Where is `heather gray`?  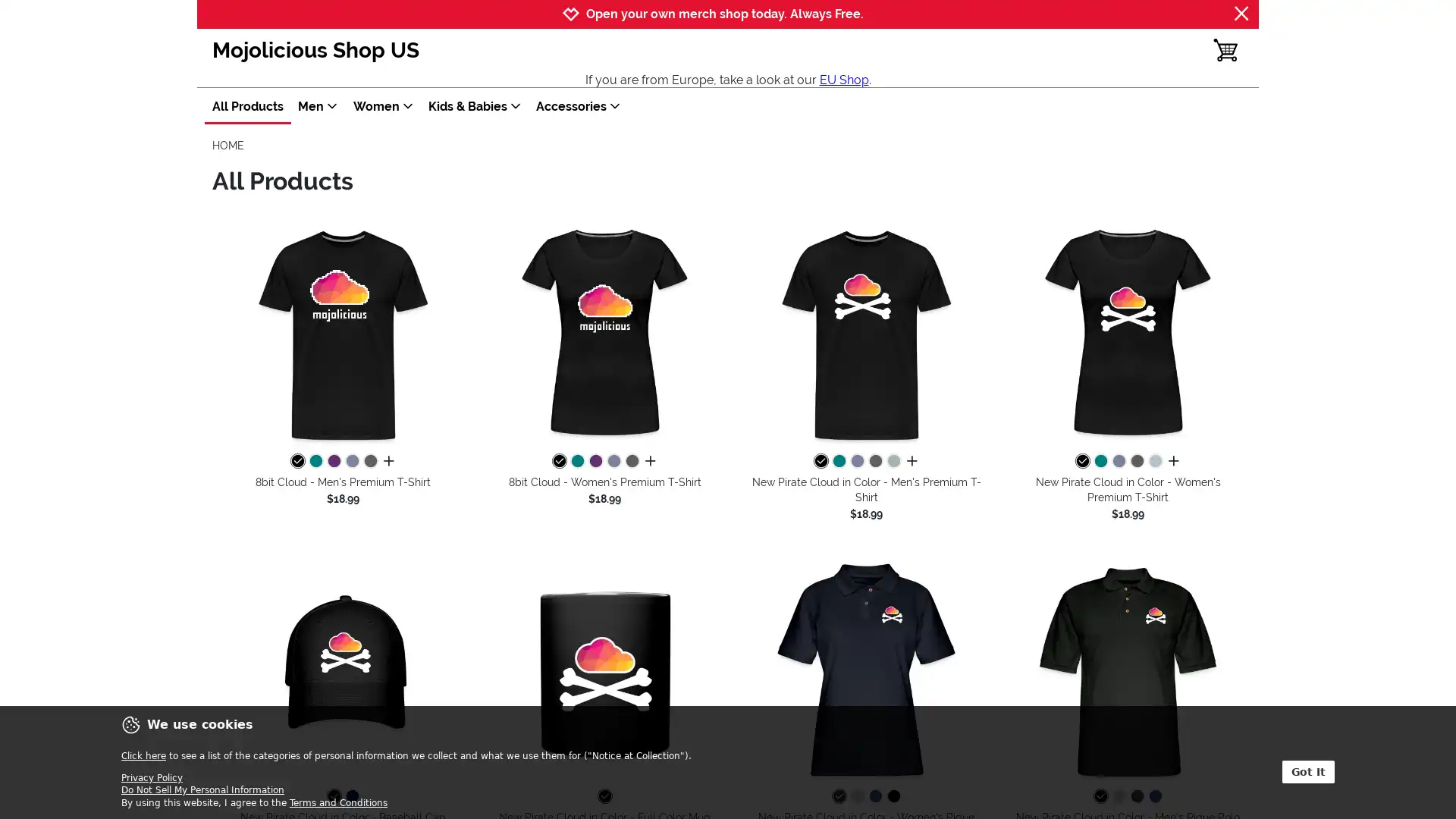
heather gray is located at coordinates (1118, 796).